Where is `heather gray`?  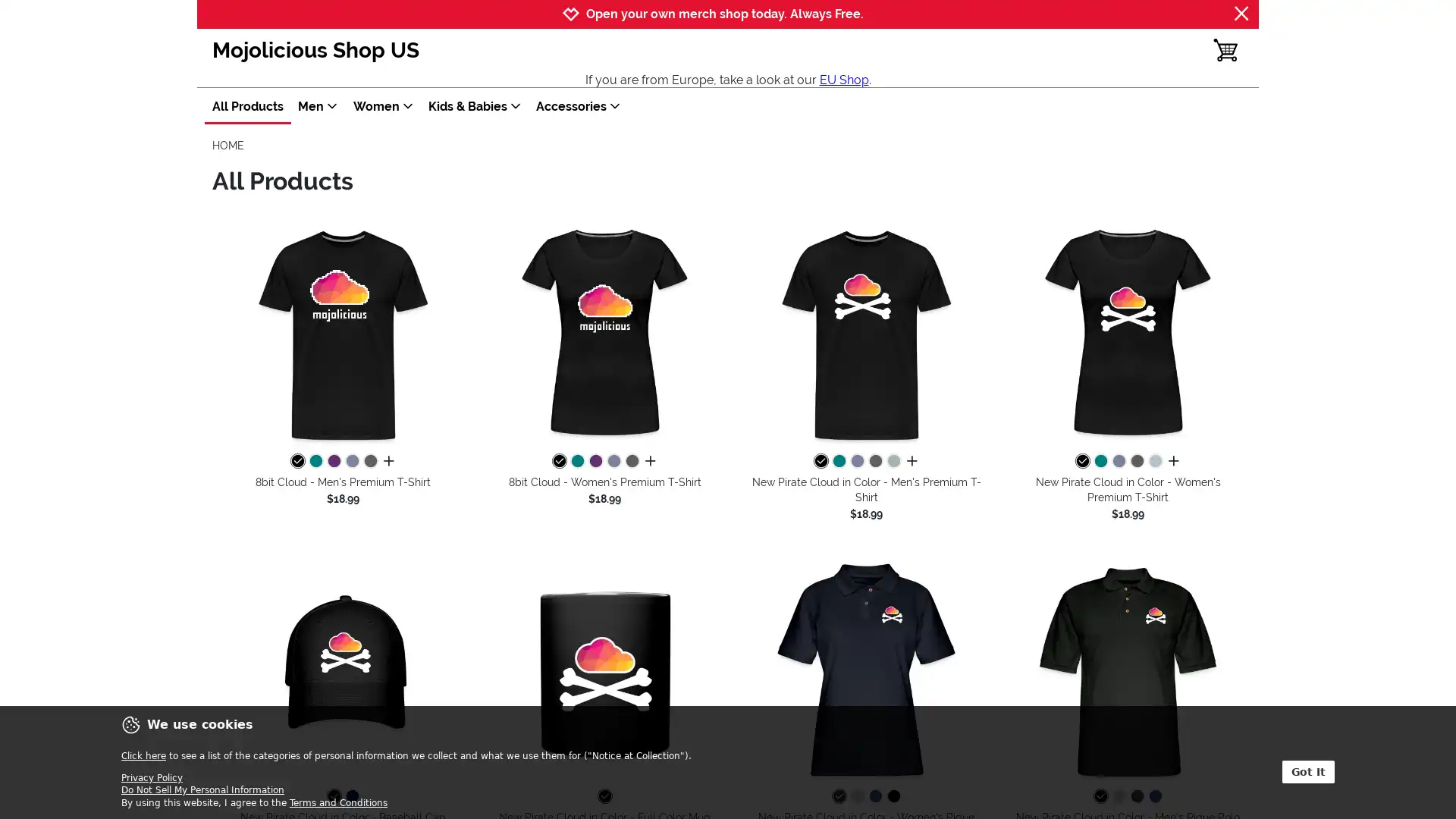
heather gray is located at coordinates (1118, 796).